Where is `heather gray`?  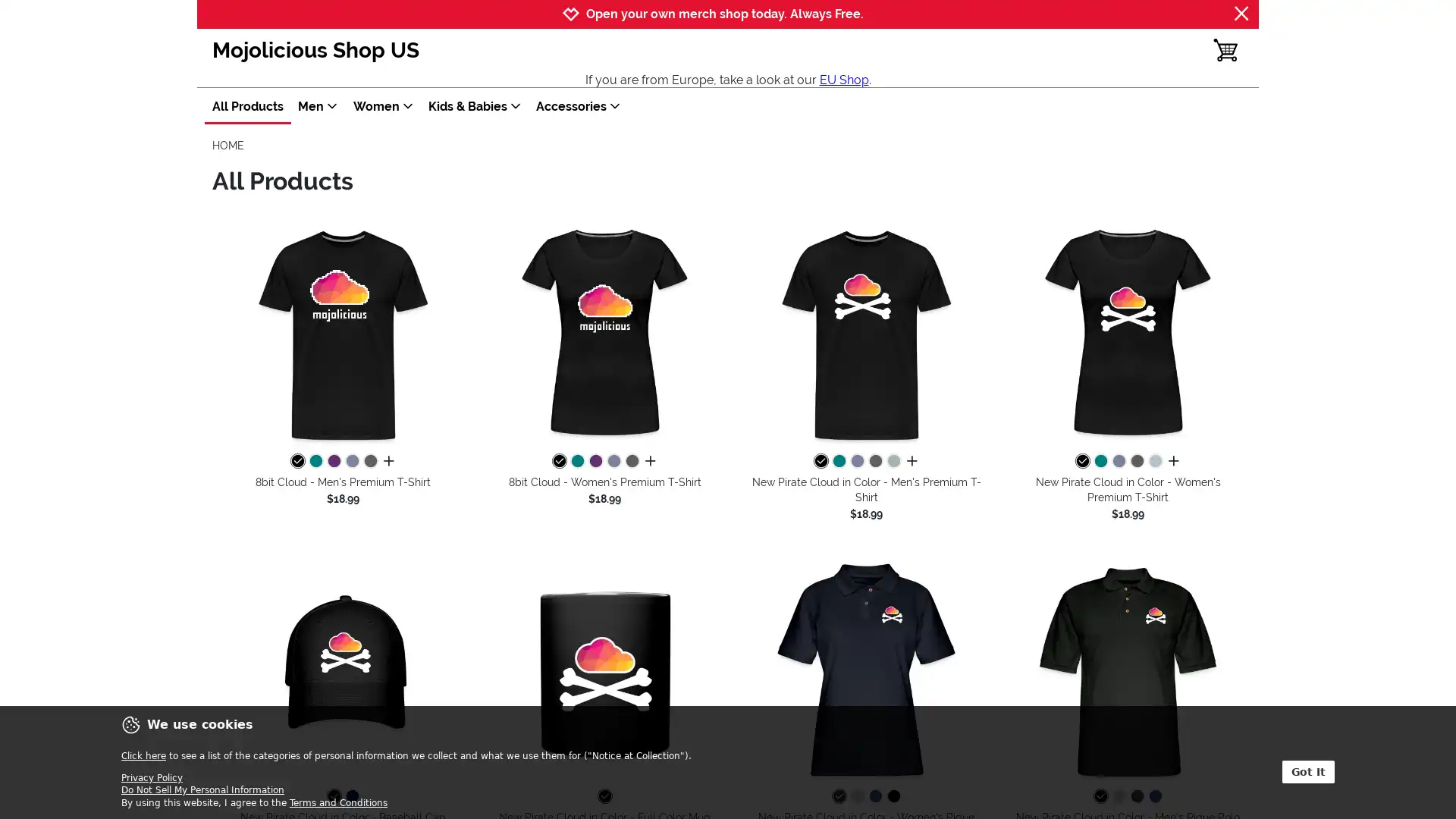
heather gray is located at coordinates (1118, 796).